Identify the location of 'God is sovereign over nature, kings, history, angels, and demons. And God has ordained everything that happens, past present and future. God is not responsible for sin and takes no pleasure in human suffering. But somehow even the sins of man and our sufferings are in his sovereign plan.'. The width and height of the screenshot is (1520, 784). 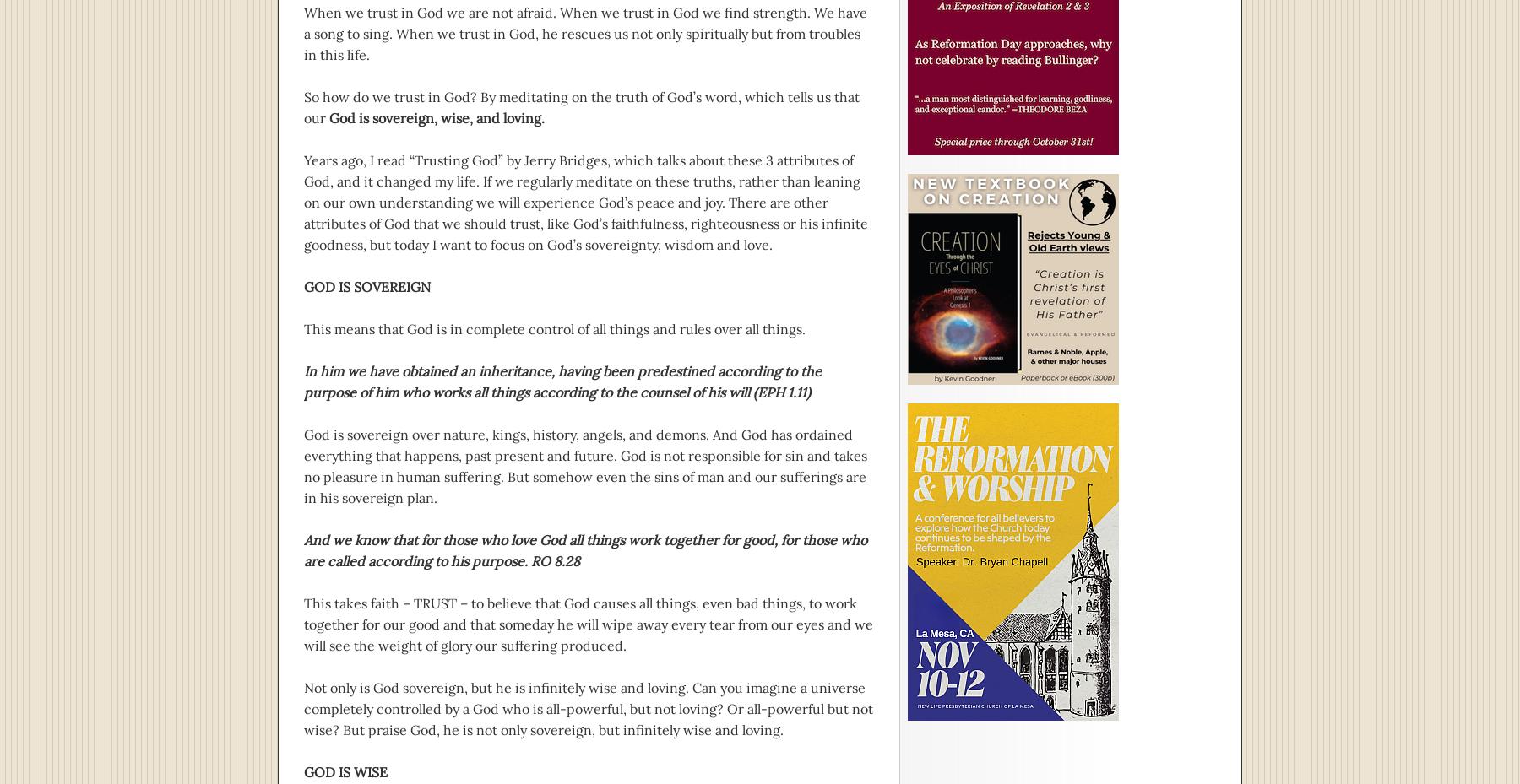
(304, 466).